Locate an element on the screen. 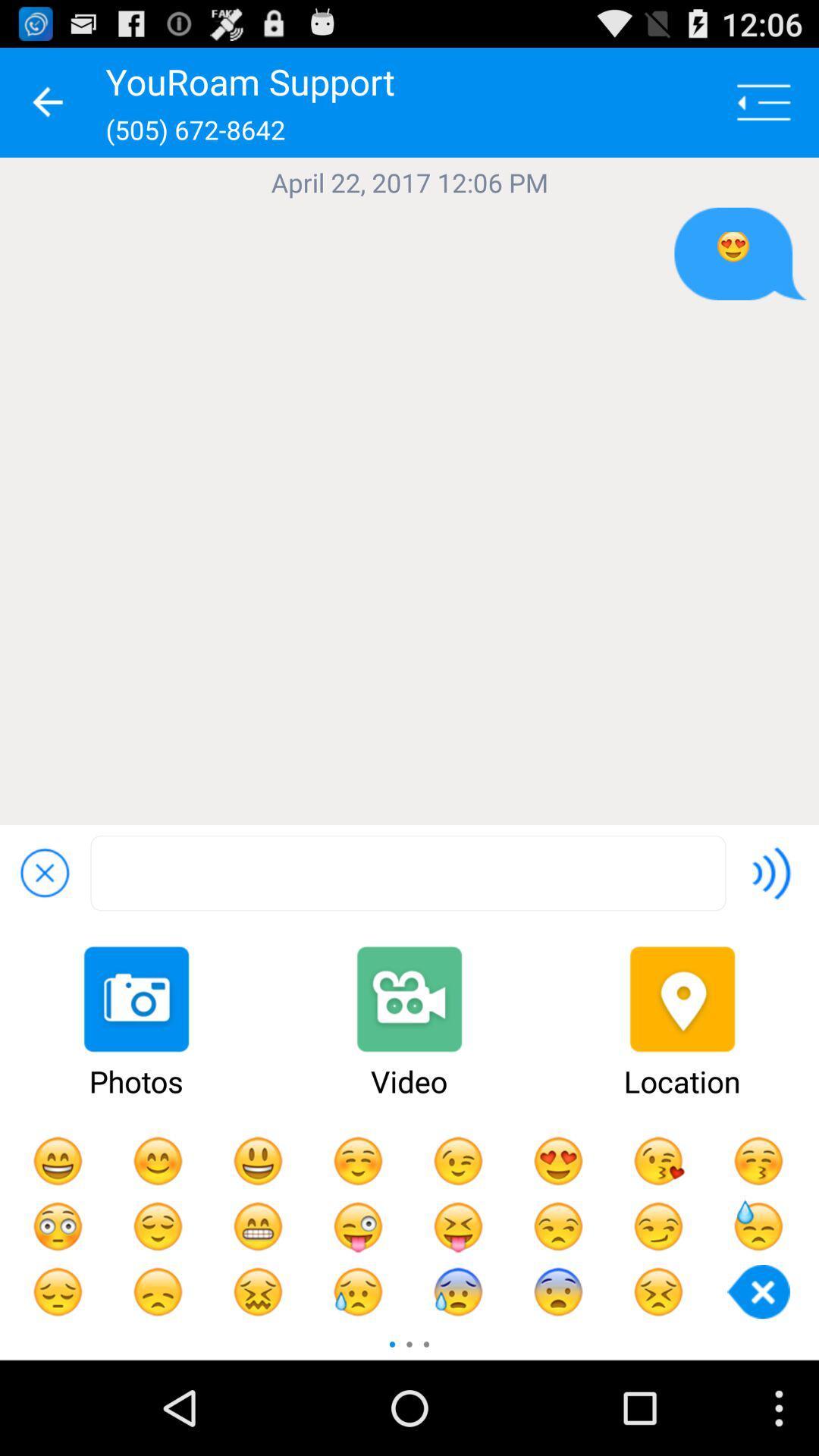 Image resolution: width=819 pixels, height=1456 pixels. message text box is located at coordinates (407, 873).